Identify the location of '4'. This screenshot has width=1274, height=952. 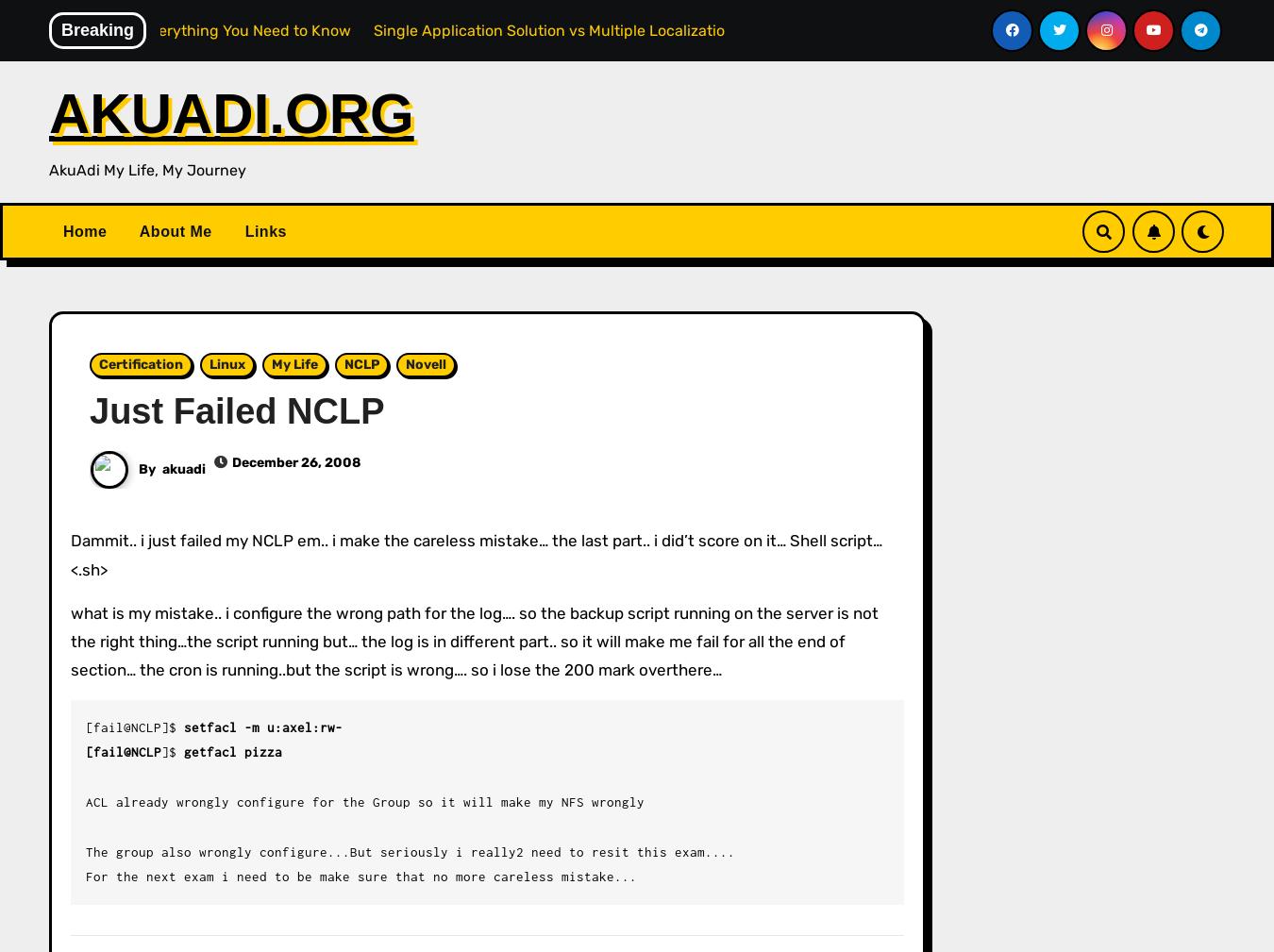
(1157, 240).